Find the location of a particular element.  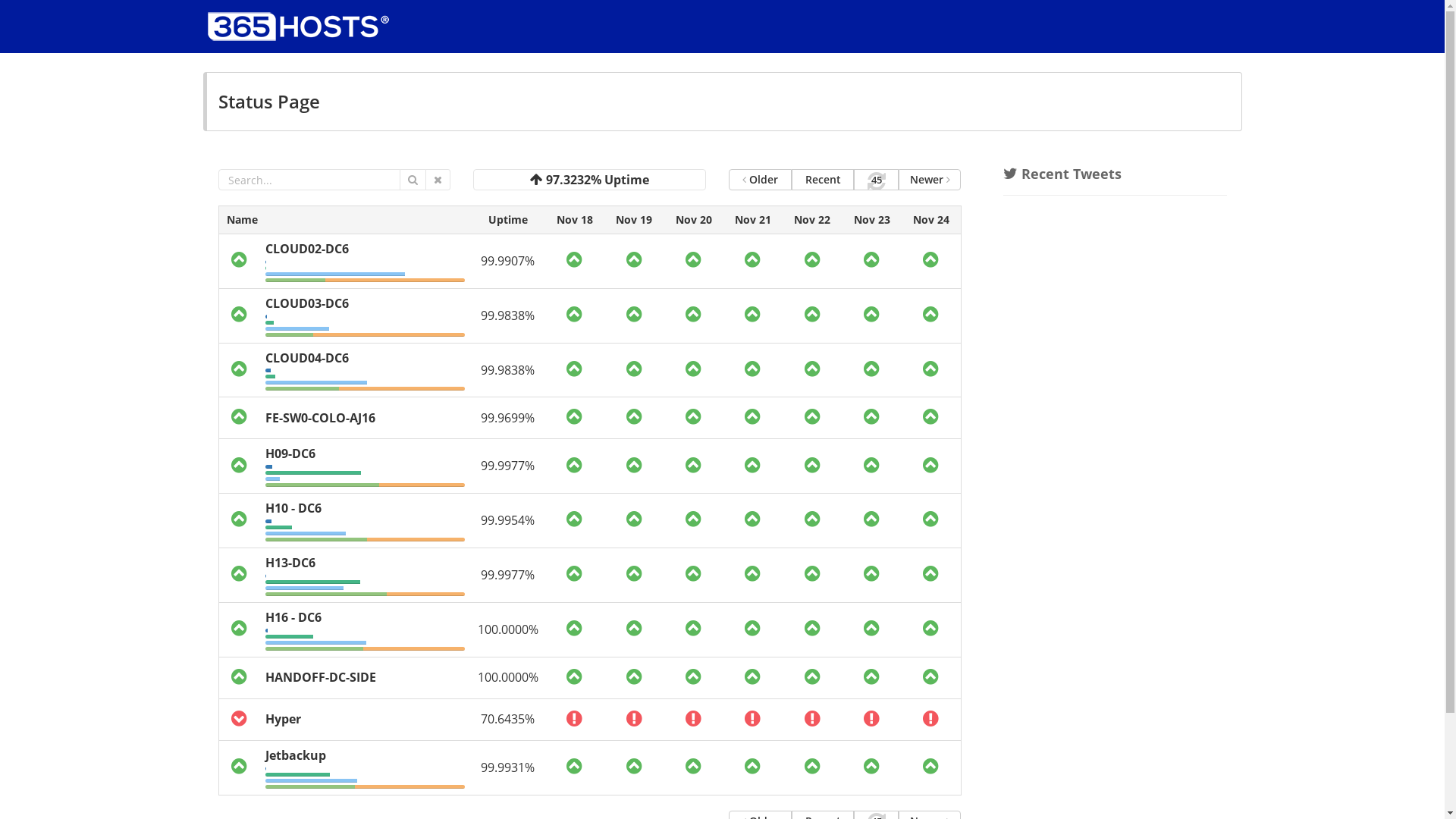

'Recent' is located at coordinates (822, 178).